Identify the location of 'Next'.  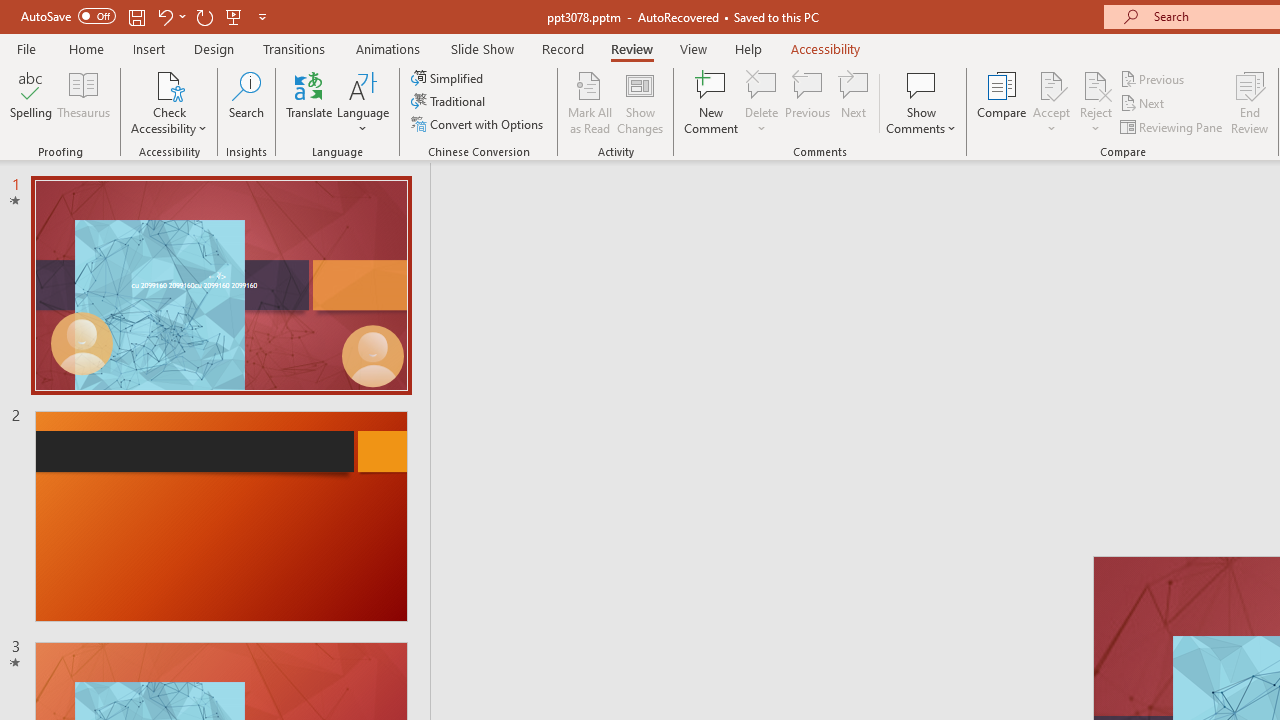
(1144, 103).